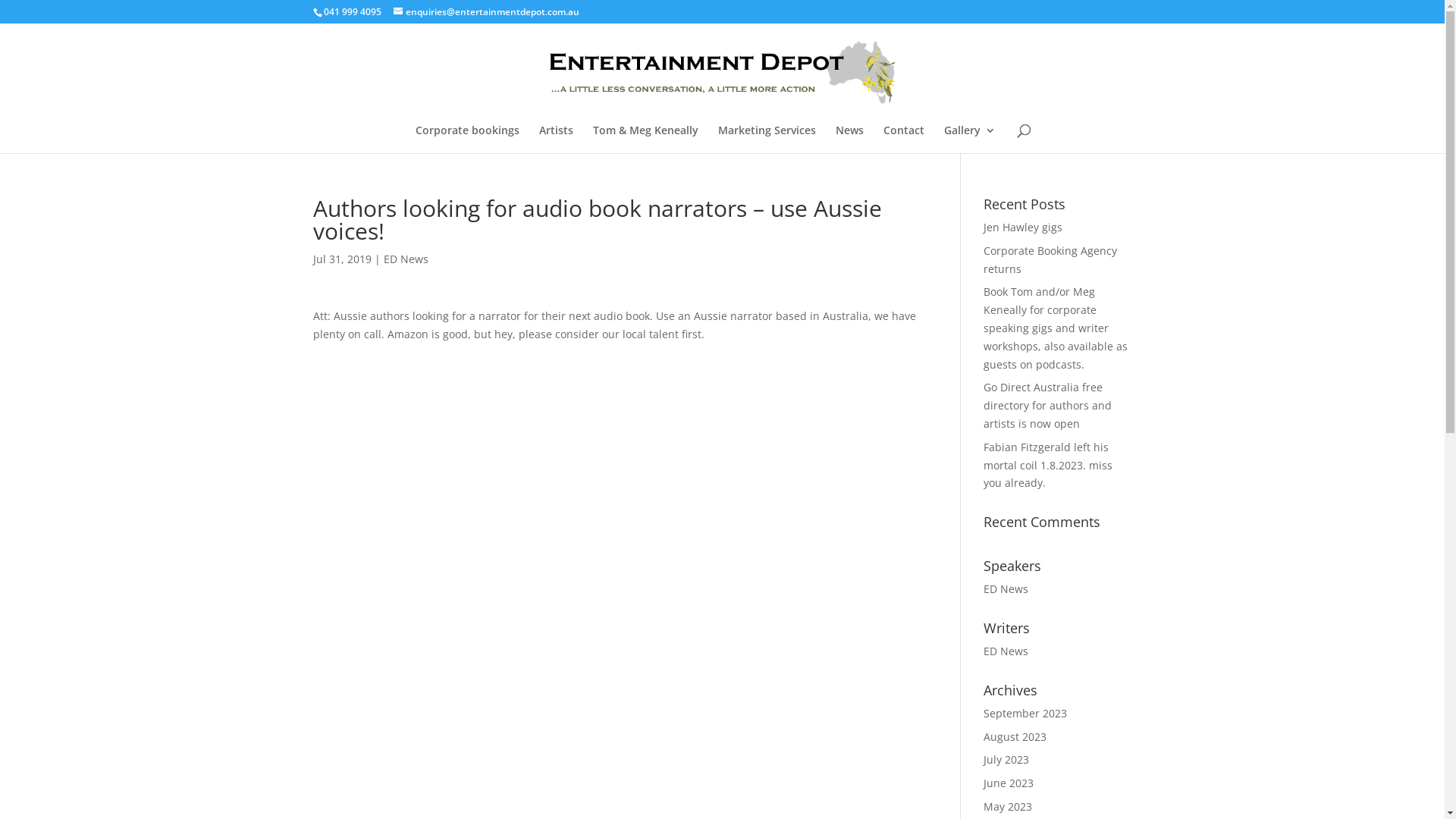 This screenshot has height=819, width=1456. What do you see at coordinates (485, 11) in the screenshot?
I see `'enquiries@entertainmentdepot.com.au'` at bounding box center [485, 11].